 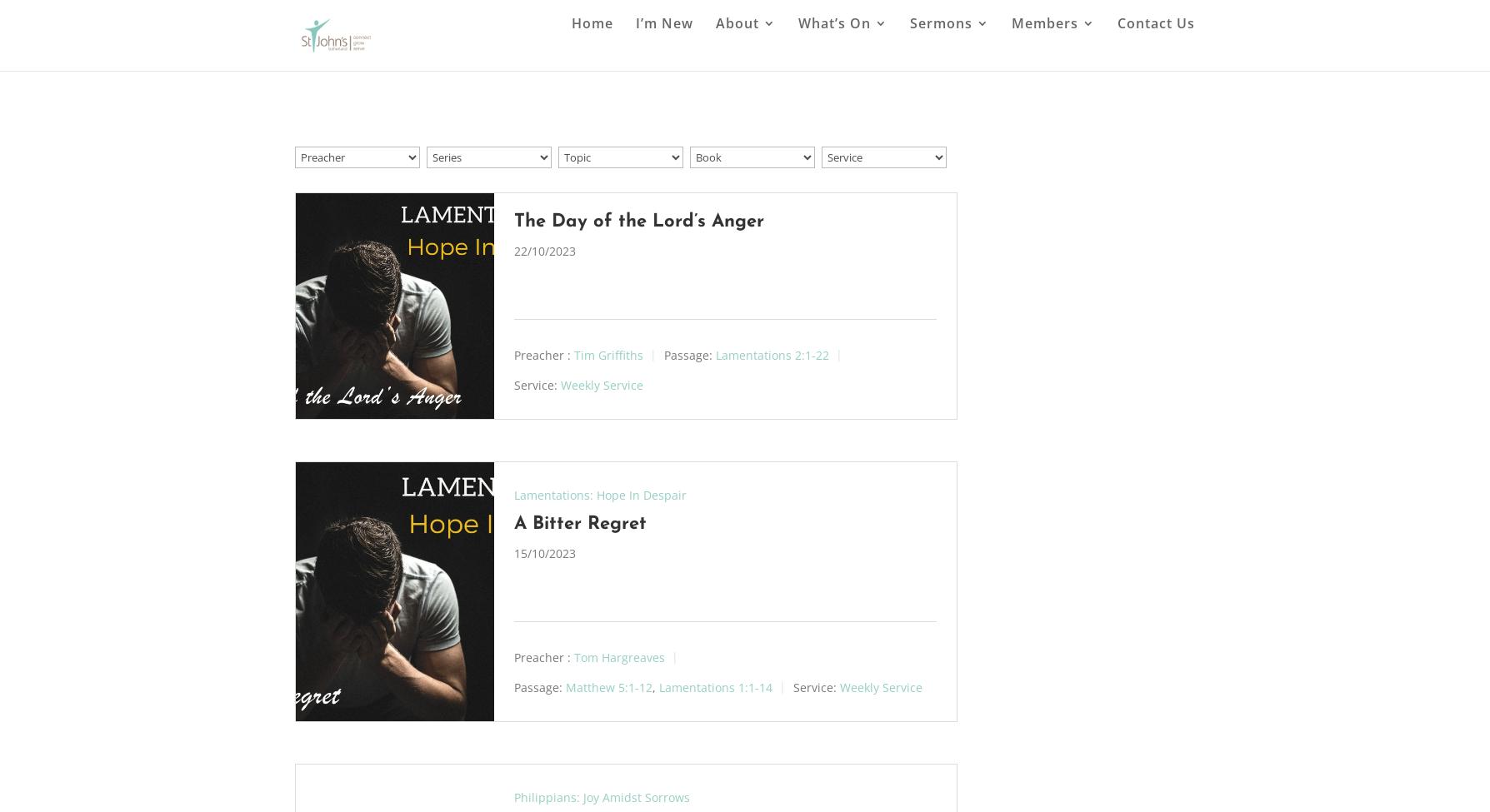 What do you see at coordinates (749, 129) in the screenshot?
I see `'About St John’s'` at bounding box center [749, 129].